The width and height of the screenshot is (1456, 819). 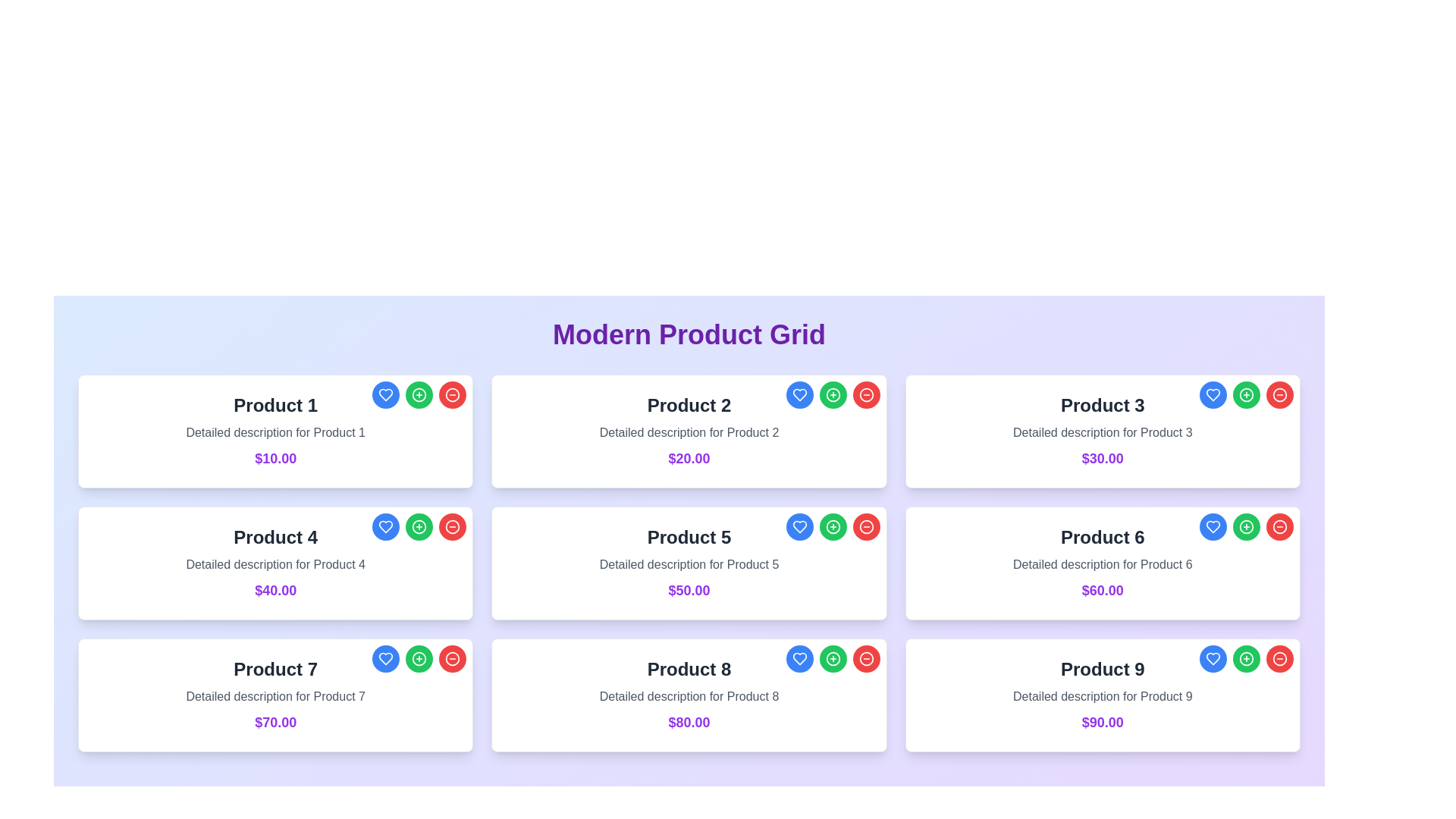 I want to click on the remove button located in the top-right corner of the card labeled 'Product 3', so click(x=1279, y=394).